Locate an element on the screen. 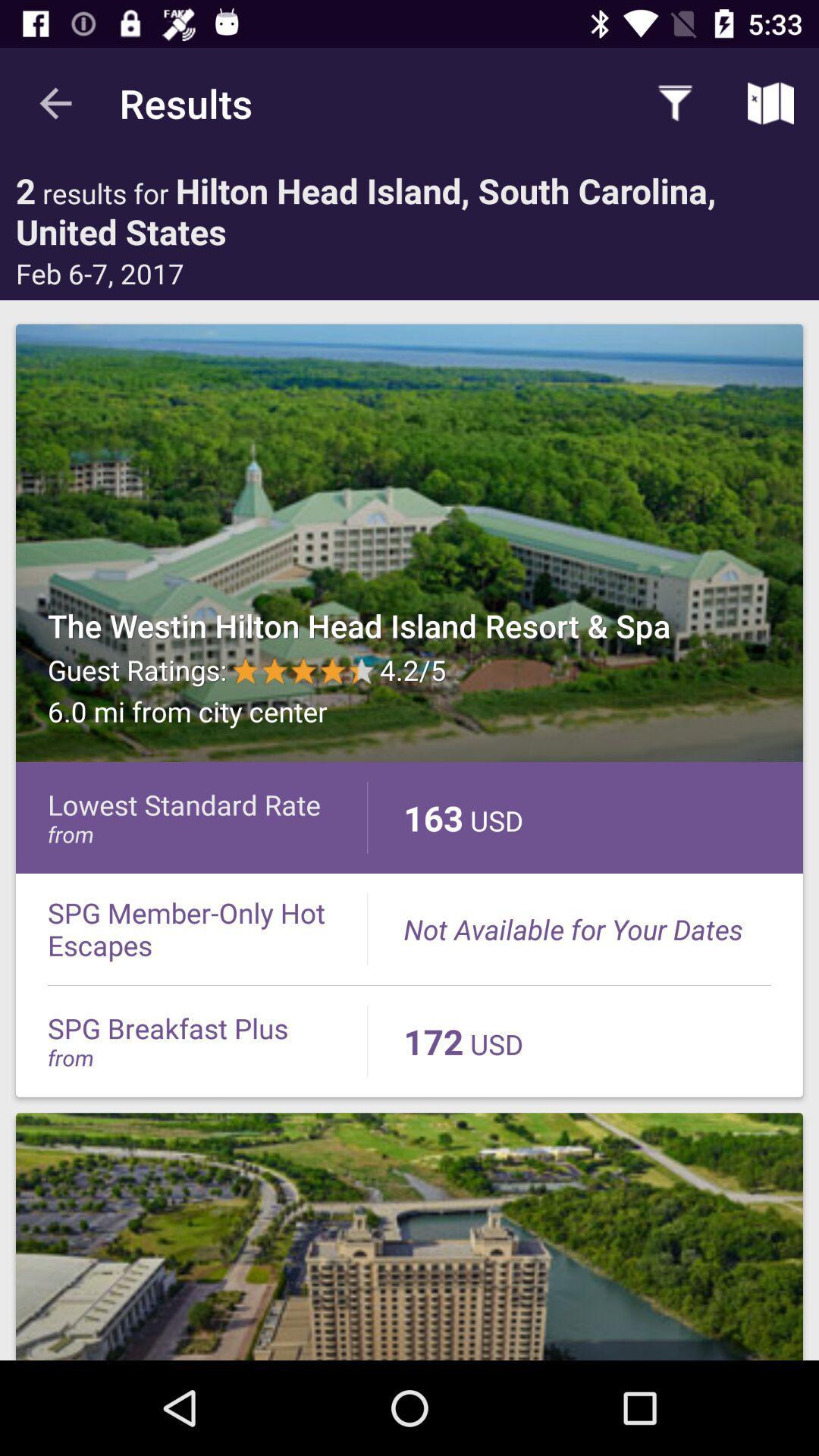  the app to the left of the results item is located at coordinates (55, 102).